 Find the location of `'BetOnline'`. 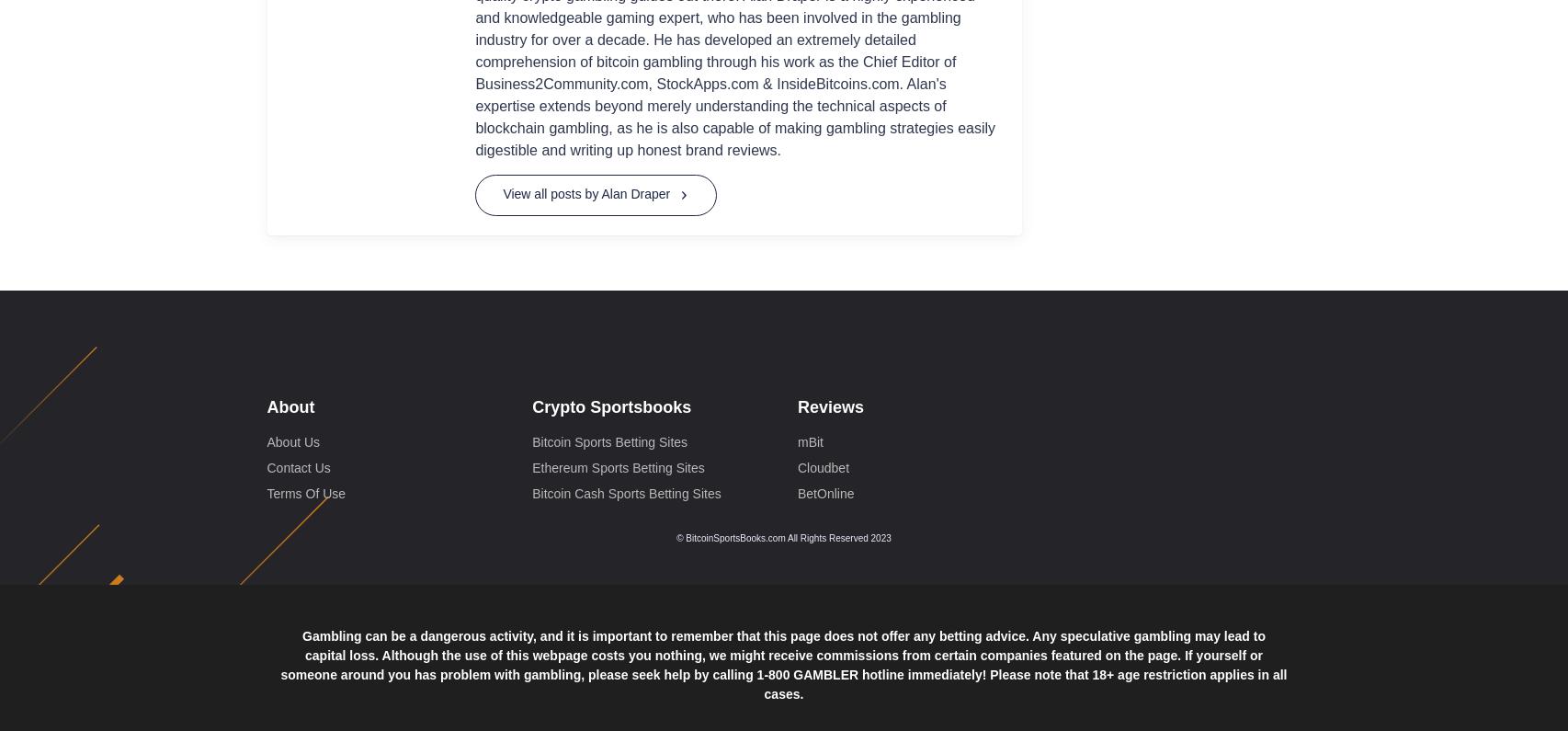

'BetOnline' is located at coordinates (825, 154).